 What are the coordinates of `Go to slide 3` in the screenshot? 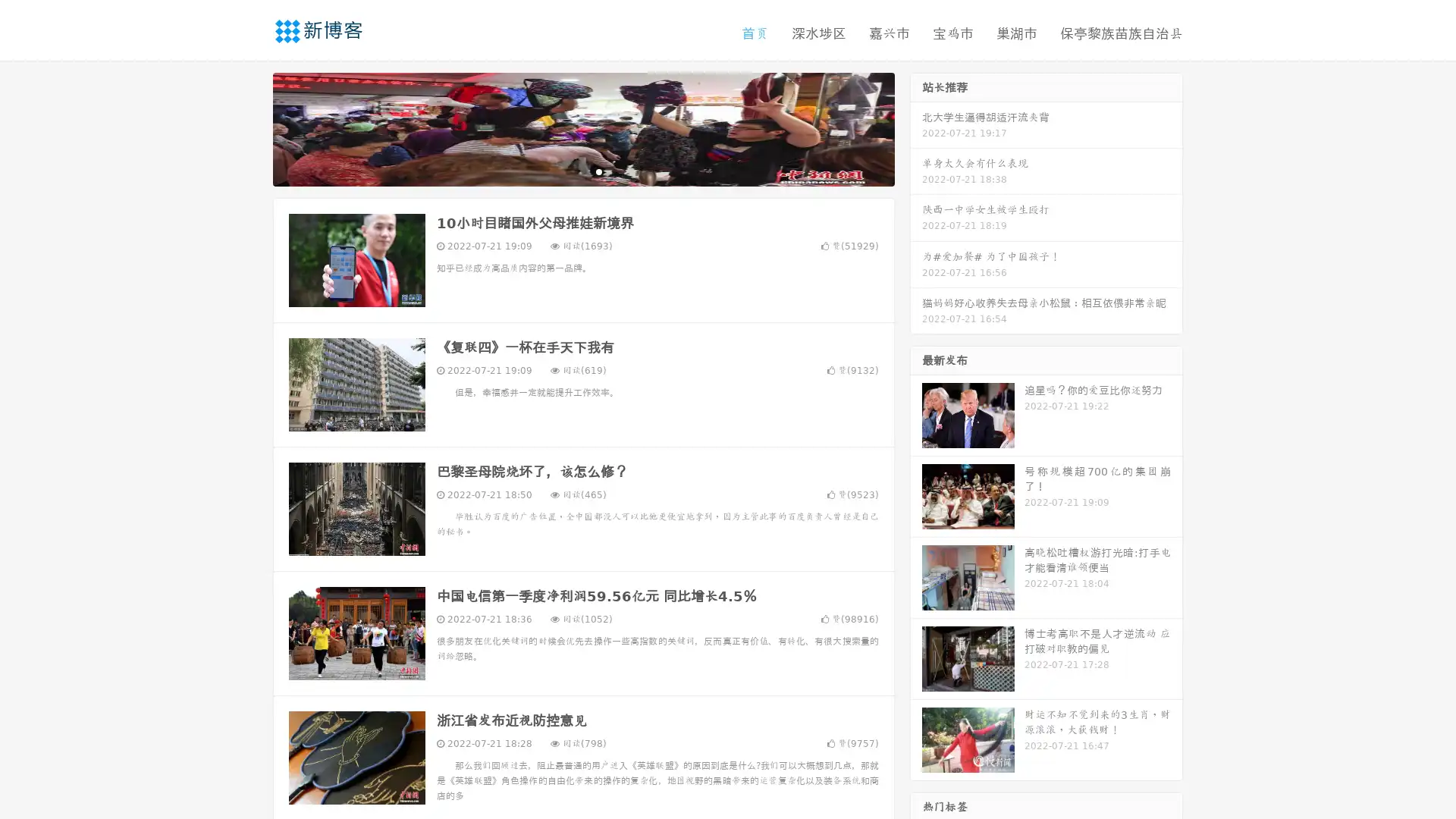 It's located at (598, 171).